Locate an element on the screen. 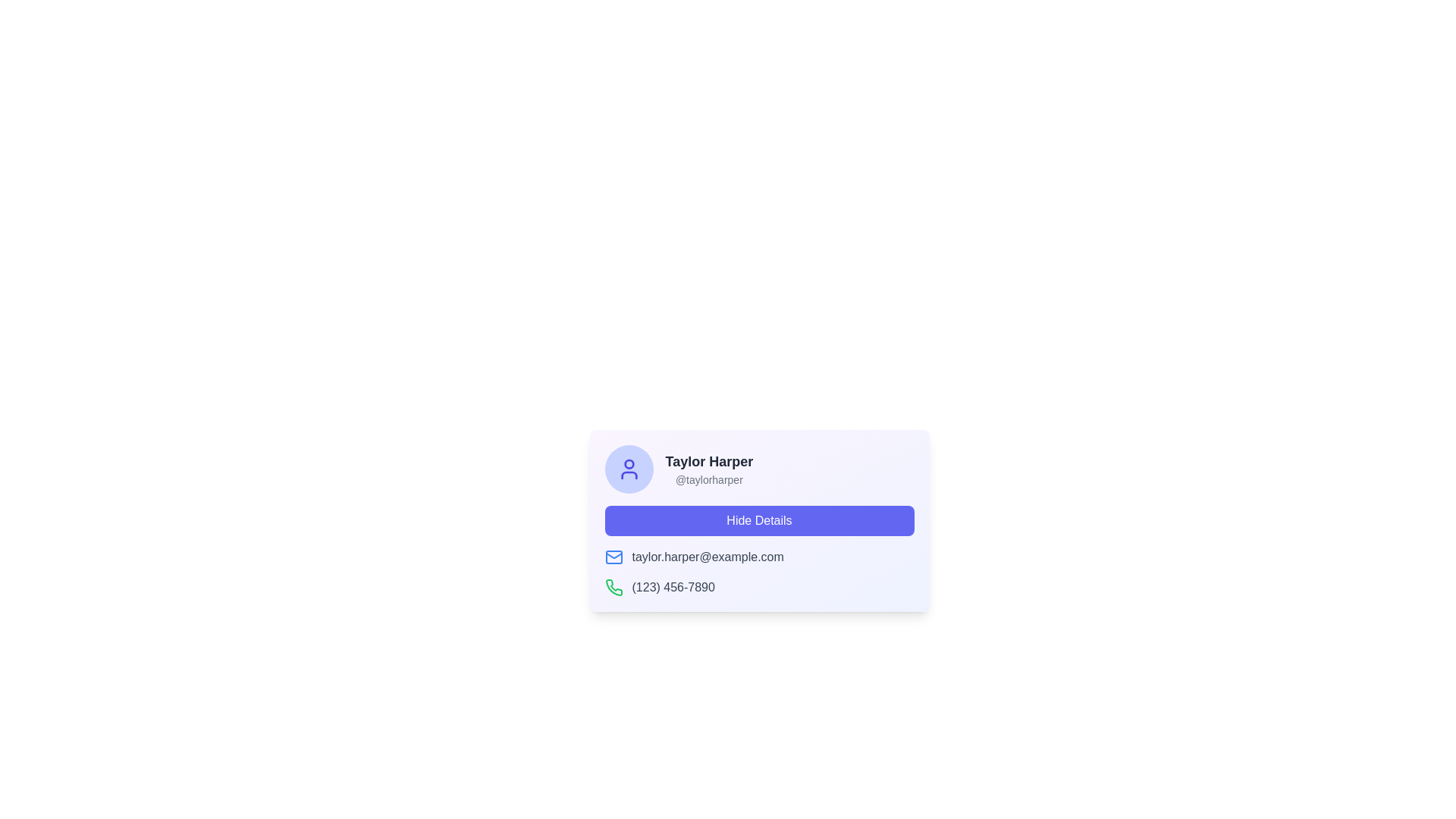 This screenshot has height=819, width=1456. the text label representing the username or handle associated with the user 'Taylor Harper', located in the top center of the profile card section is located at coordinates (708, 479).